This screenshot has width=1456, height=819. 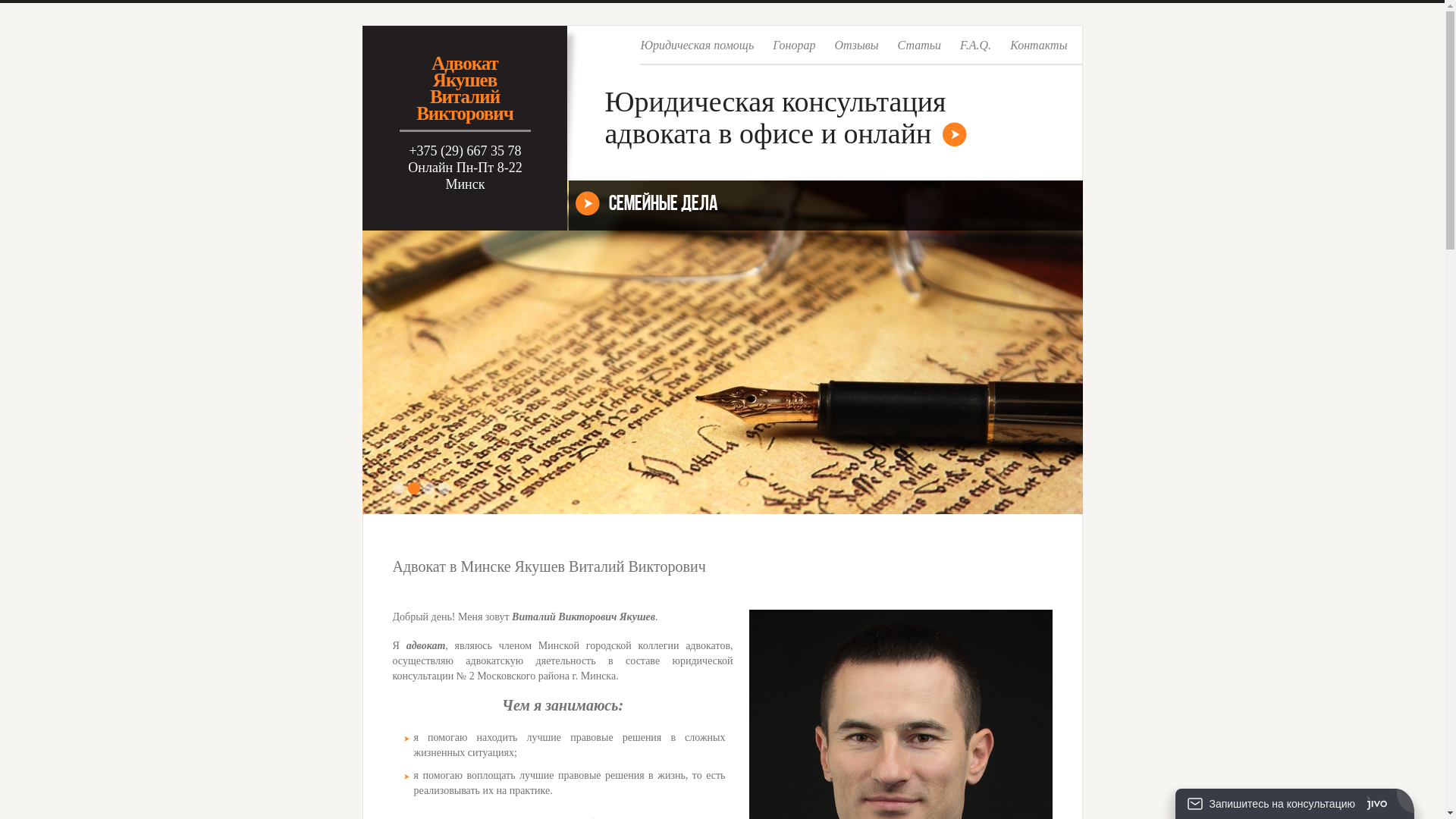 What do you see at coordinates (443, 488) in the screenshot?
I see `'4'` at bounding box center [443, 488].